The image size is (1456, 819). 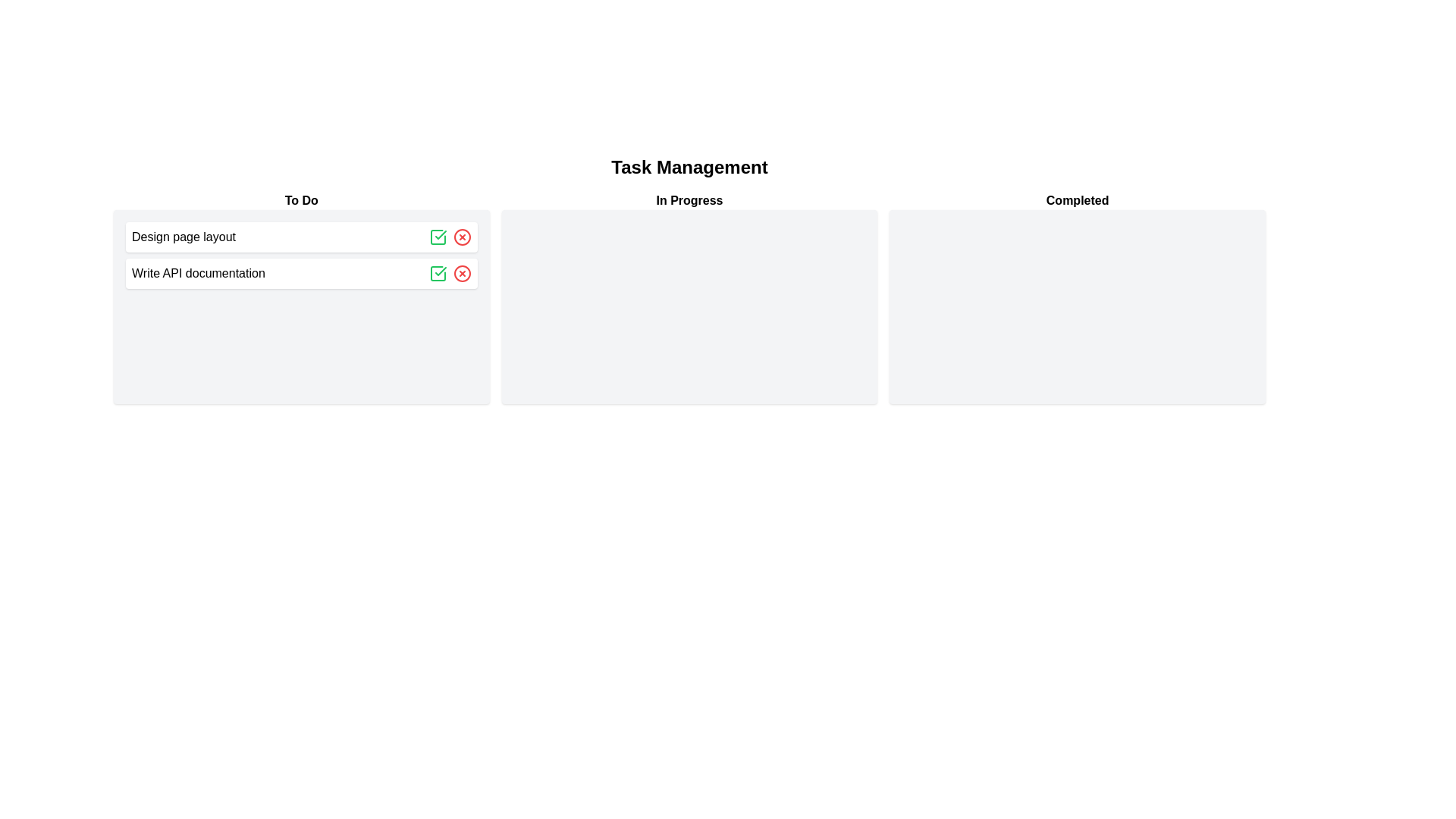 What do you see at coordinates (182, 237) in the screenshot?
I see `the task name to select or edit it` at bounding box center [182, 237].